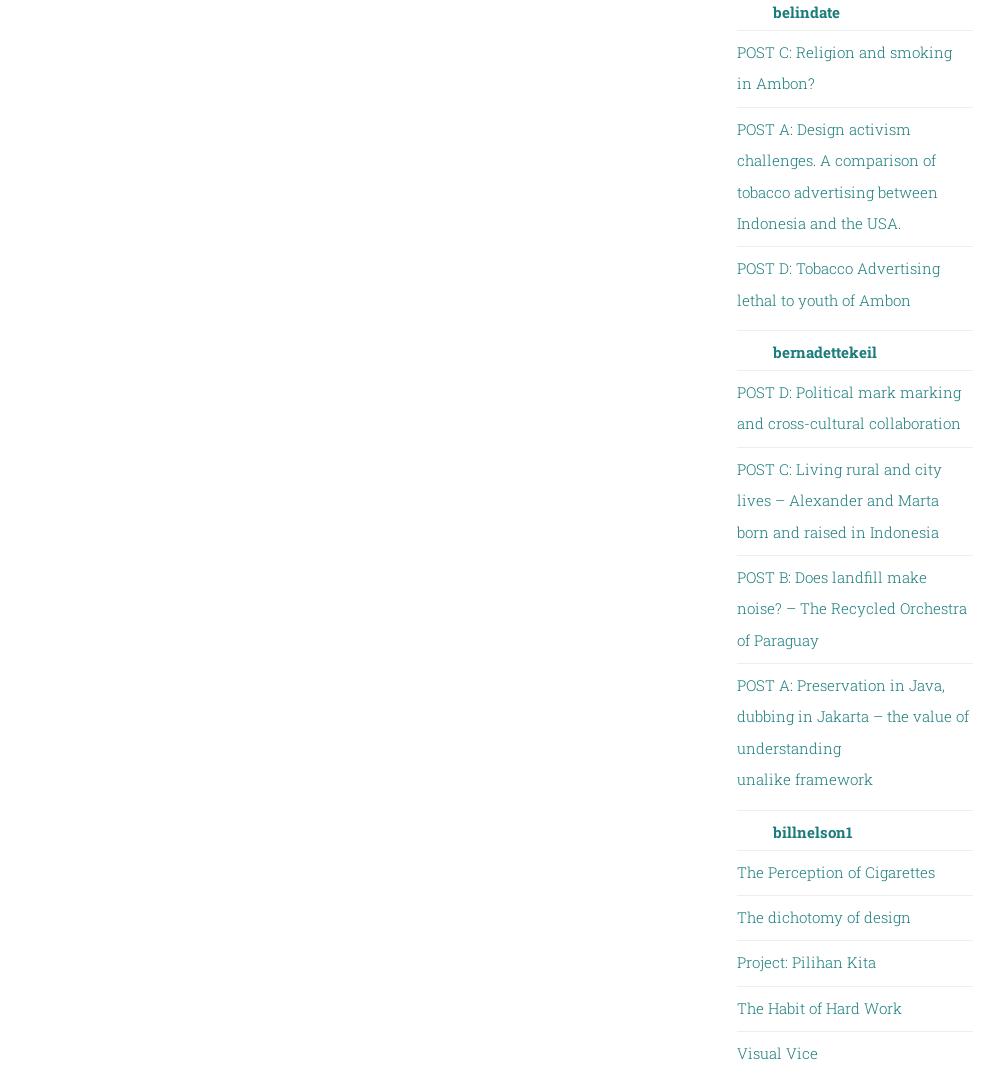  What do you see at coordinates (850, 607) in the screenshot?
I see `'POST B: Does landfill make noise? – The Recycled Orchestra of Paraguay'` at bounding box center [850, 607].